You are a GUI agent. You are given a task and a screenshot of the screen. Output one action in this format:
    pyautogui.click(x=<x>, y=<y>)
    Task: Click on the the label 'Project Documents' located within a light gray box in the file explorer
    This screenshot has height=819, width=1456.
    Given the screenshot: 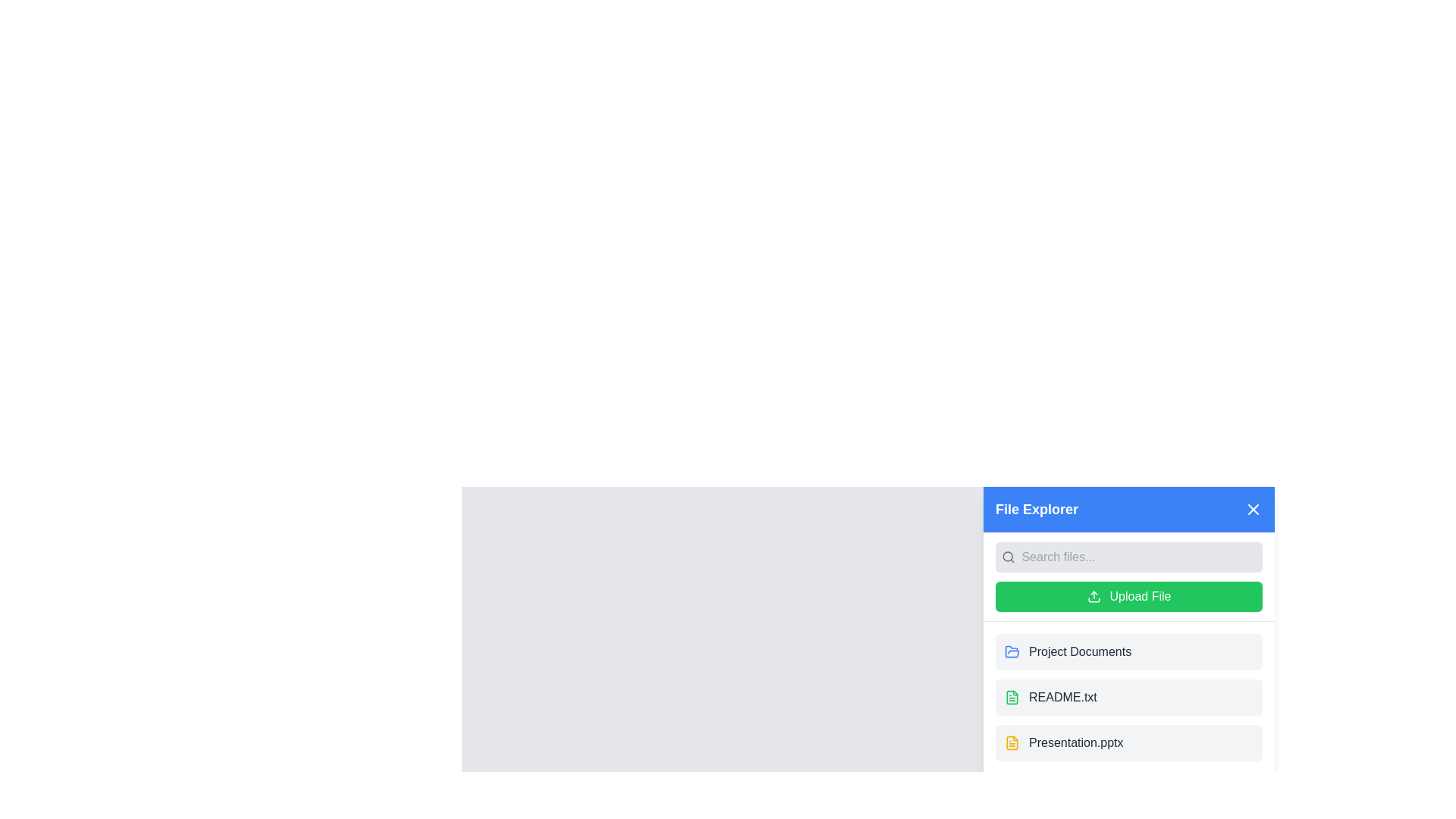 What is the action you would take?
    pyautogui.click(x=1079, y=651)
    